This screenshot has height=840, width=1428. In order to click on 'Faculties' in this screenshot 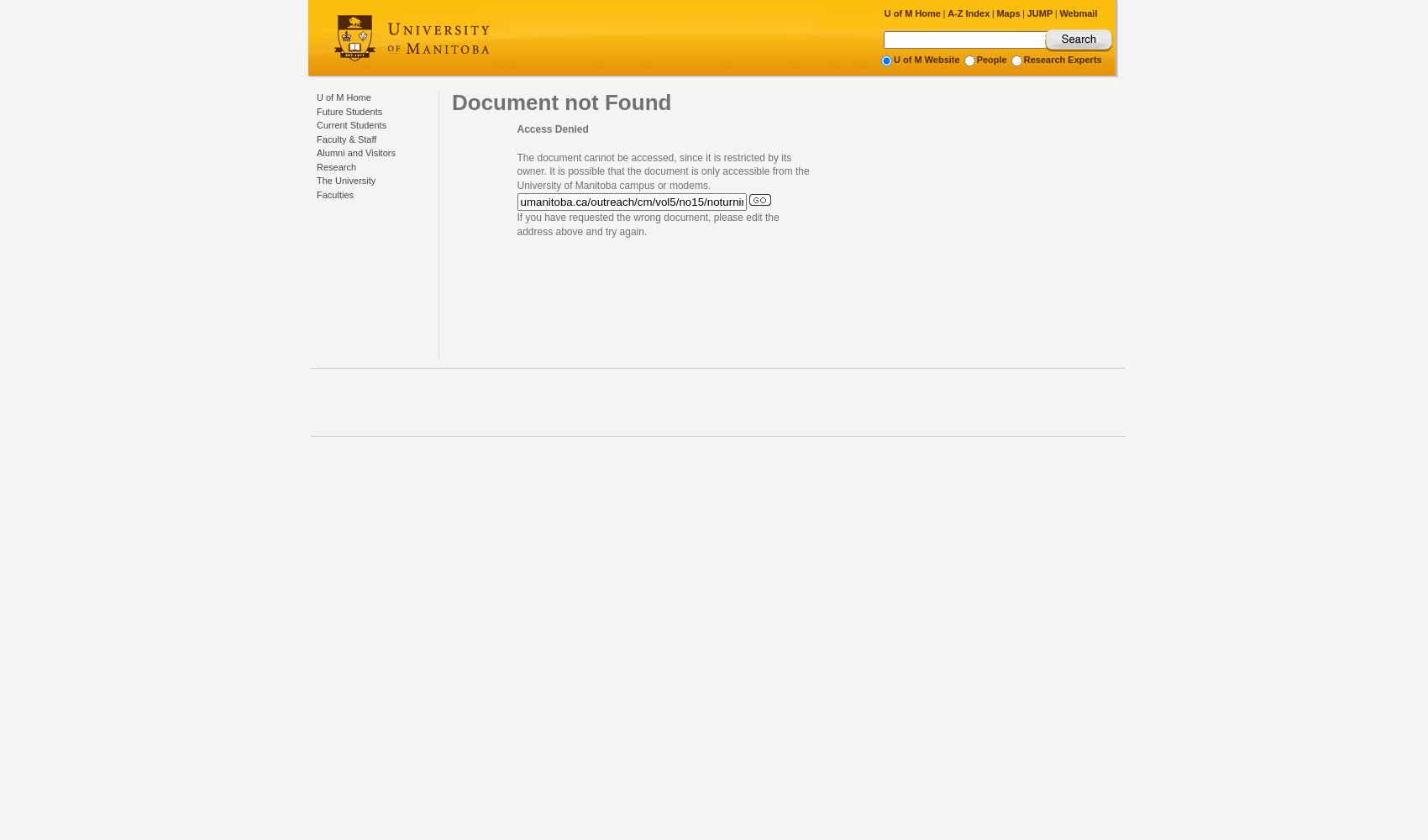, I will do `click(333, 193)`.